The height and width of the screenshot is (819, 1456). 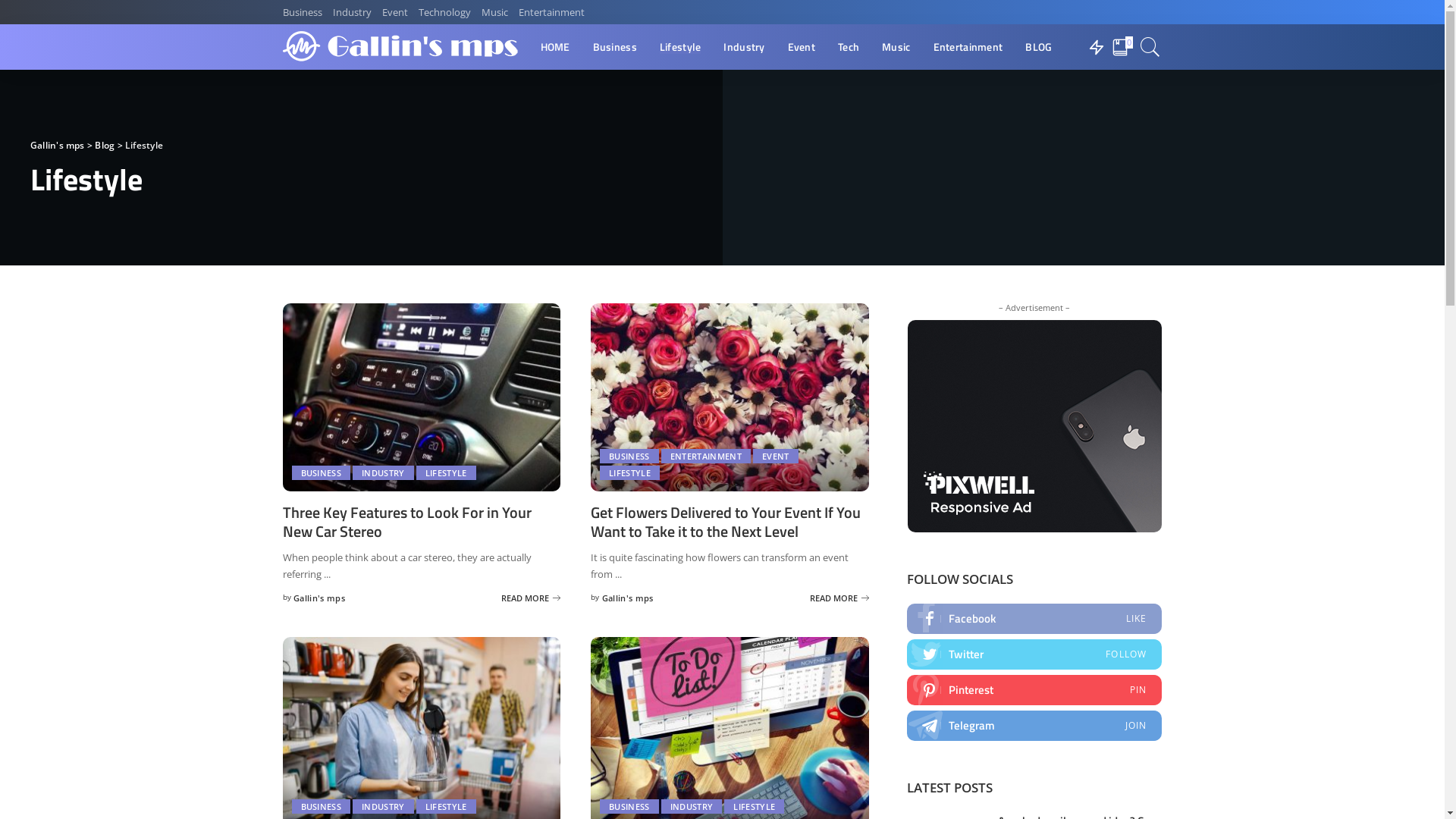 I want to click on 'Blog', so click(x=104, y=145).